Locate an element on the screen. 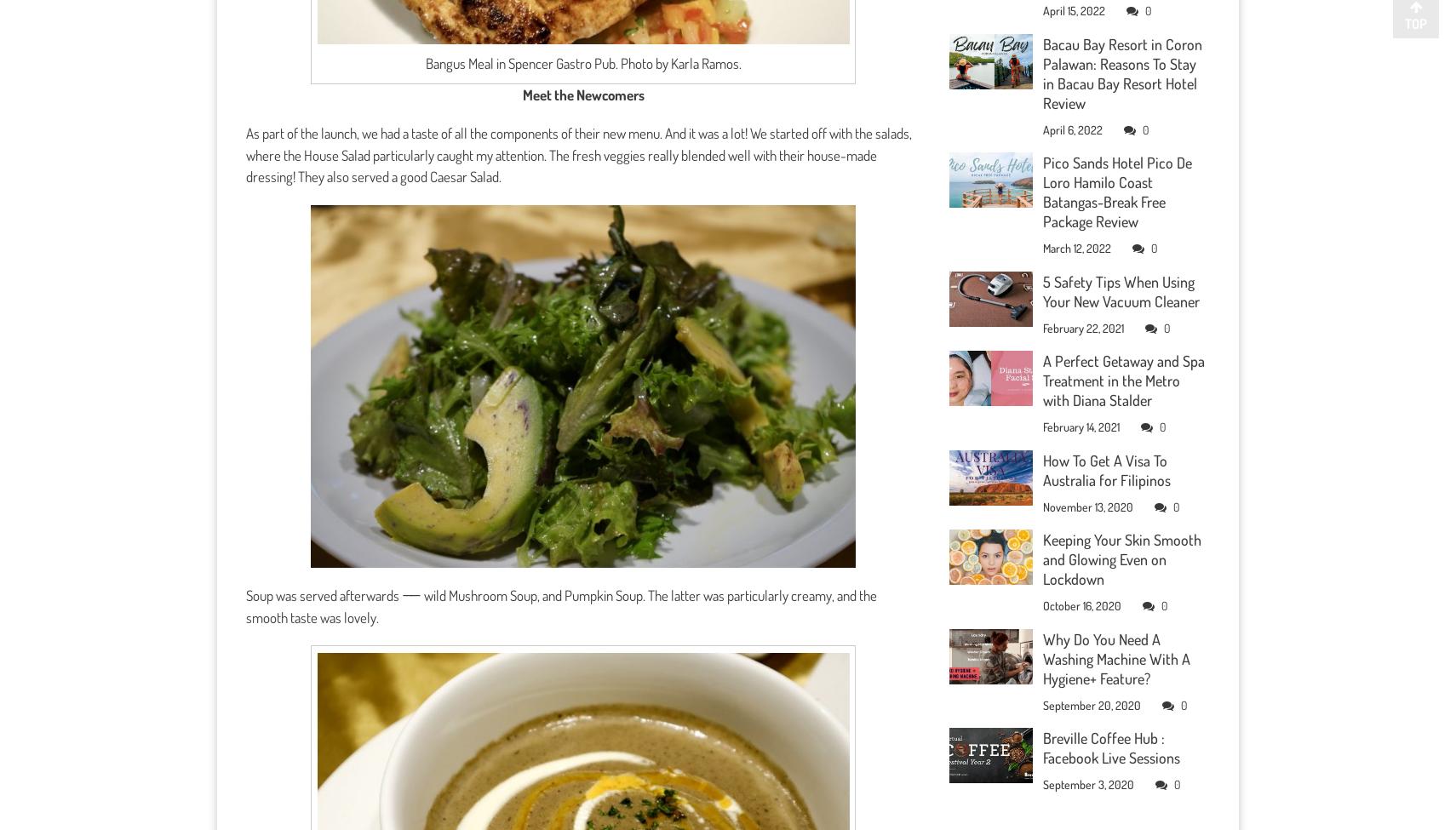  'Meet the Newcomers' is located at coordinates (522, 93).